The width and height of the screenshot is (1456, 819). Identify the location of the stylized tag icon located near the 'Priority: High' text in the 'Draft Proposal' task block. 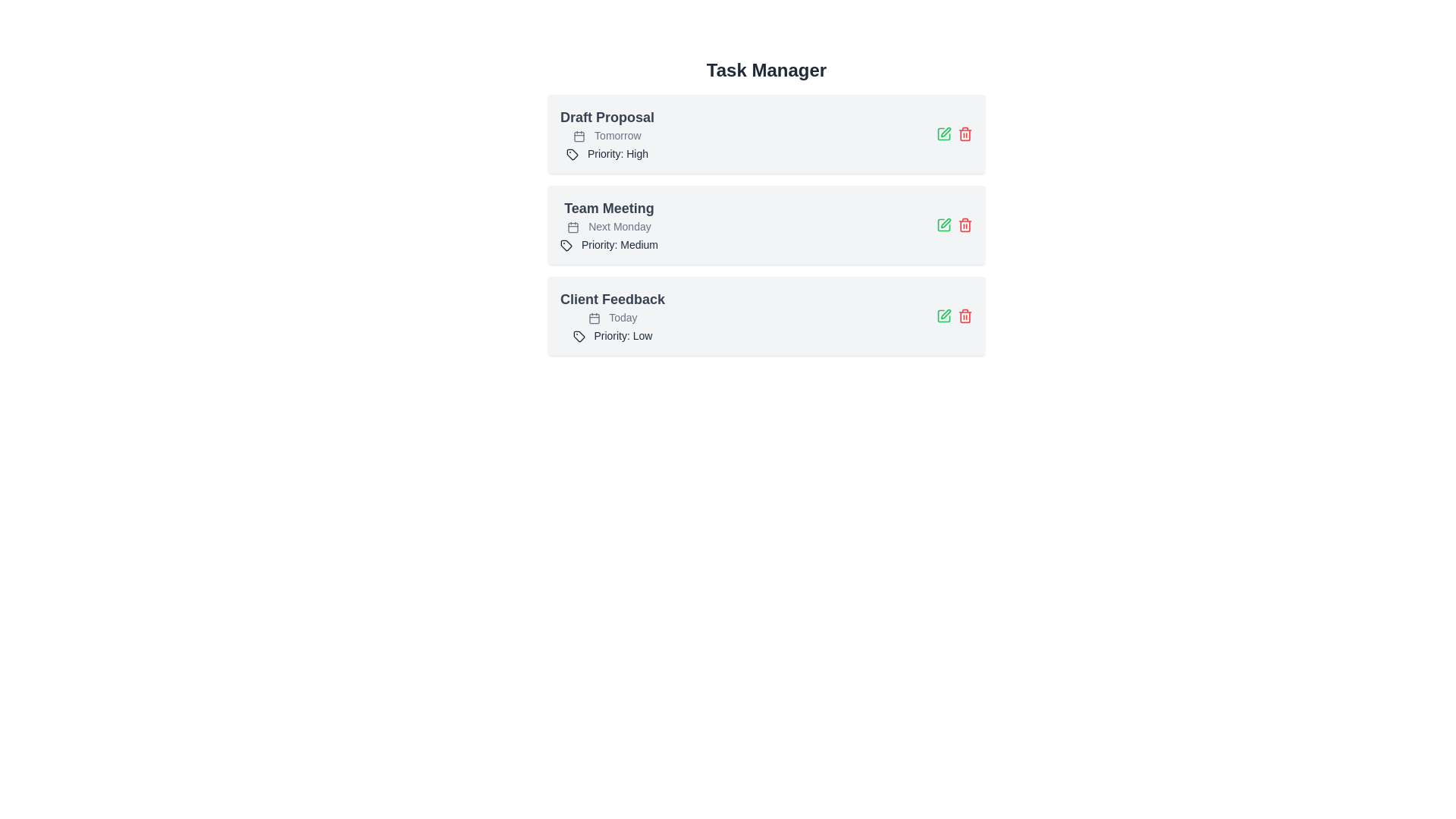
(571, 155).